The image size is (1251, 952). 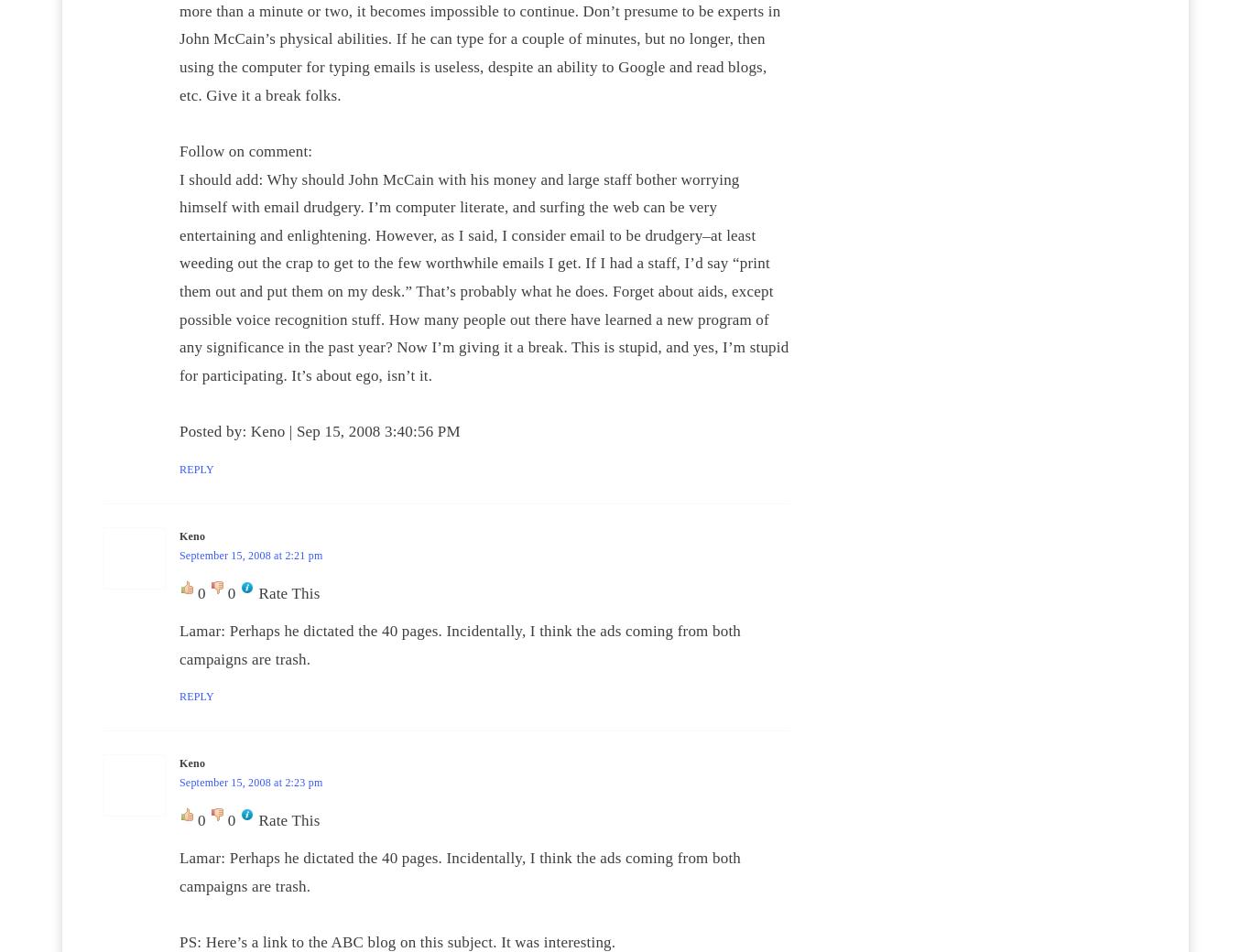 I want to click on 'PS:  Here’s a link to the ABC blog on this subject.  It was interesting.', so click(x=396, y=942).